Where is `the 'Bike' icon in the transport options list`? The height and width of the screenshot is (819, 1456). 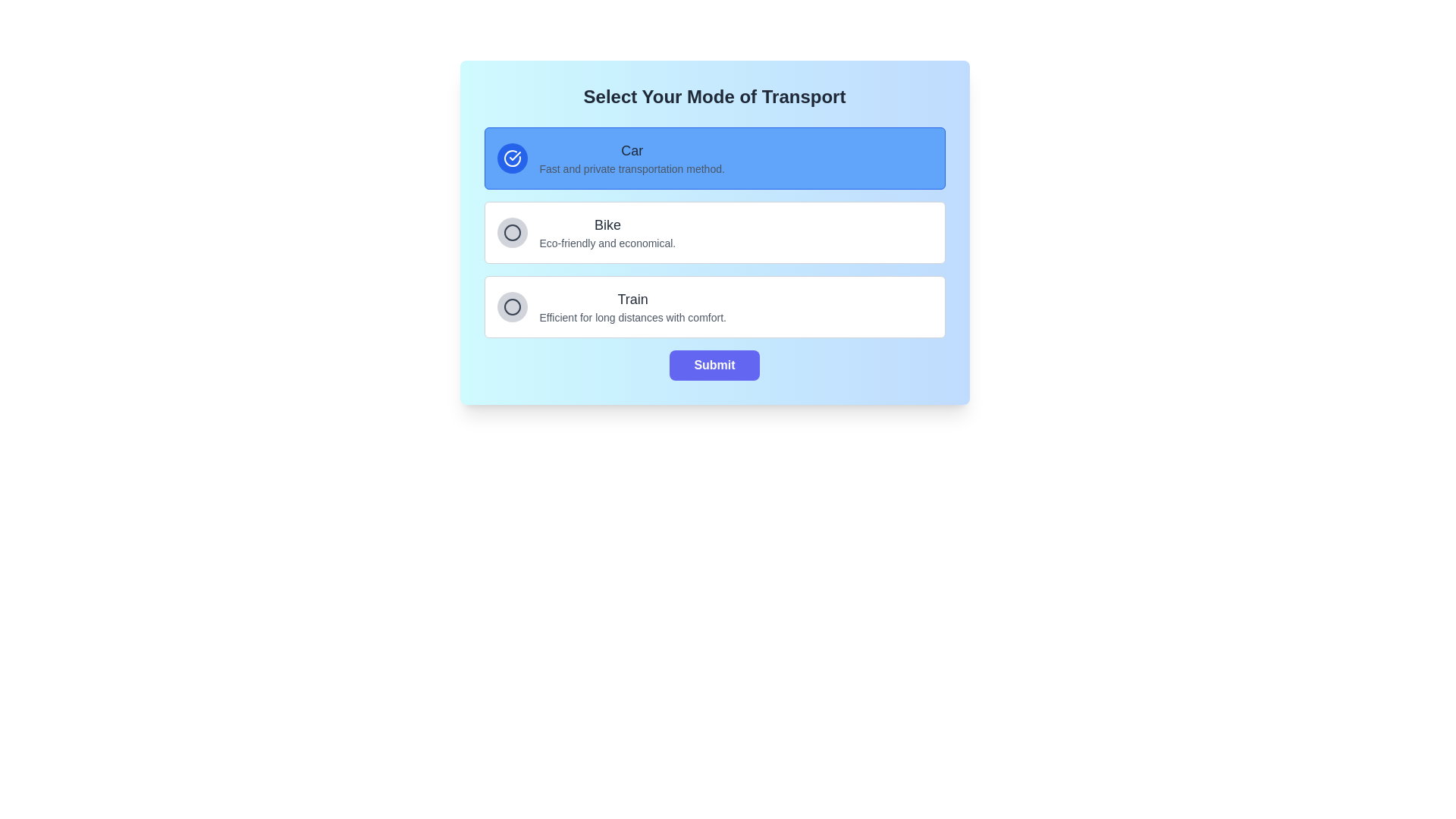 the 'Bike' icon in the transport options list is located at coordinates (512, 233).